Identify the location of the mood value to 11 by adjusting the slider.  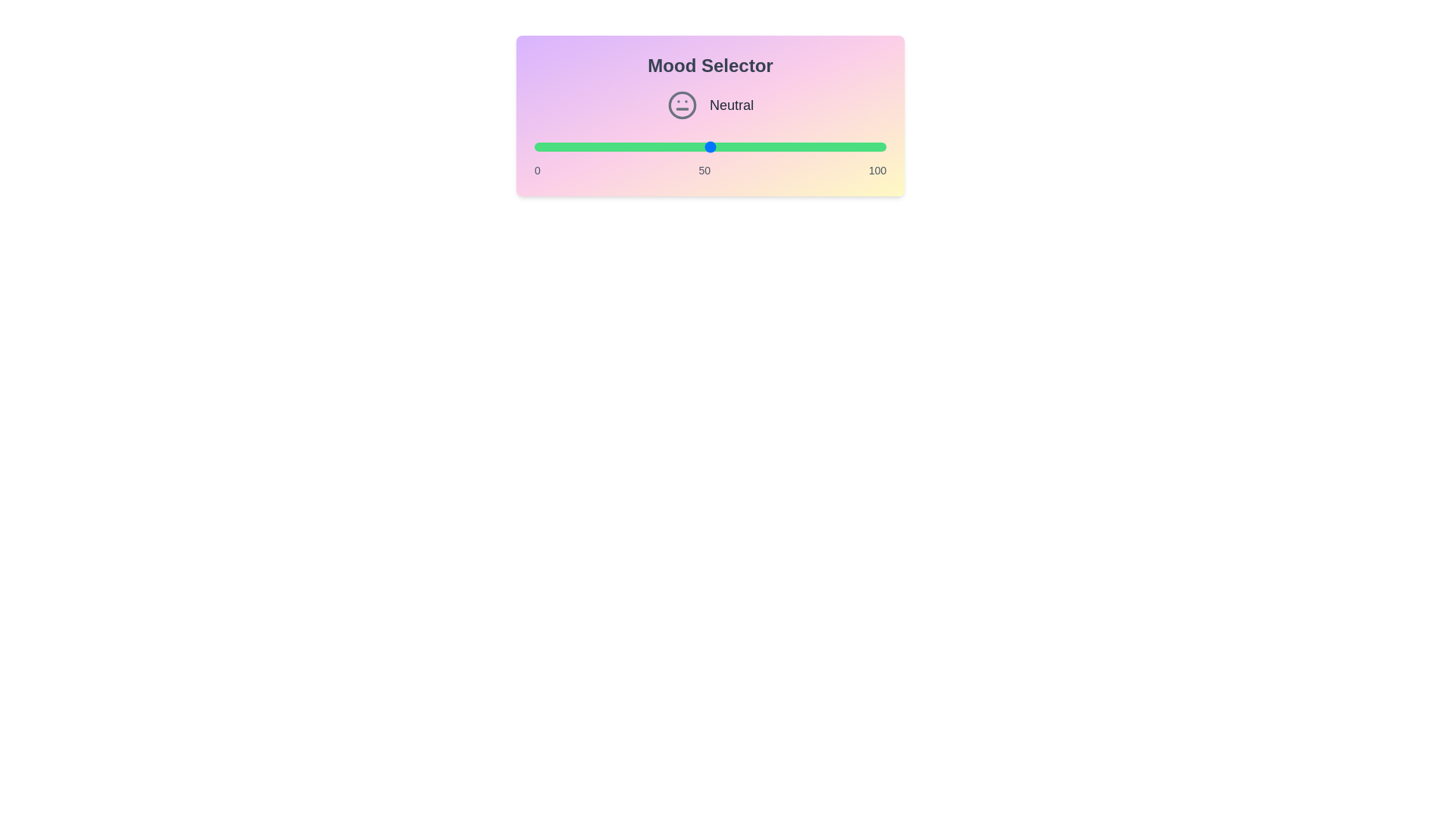
(573, 146).